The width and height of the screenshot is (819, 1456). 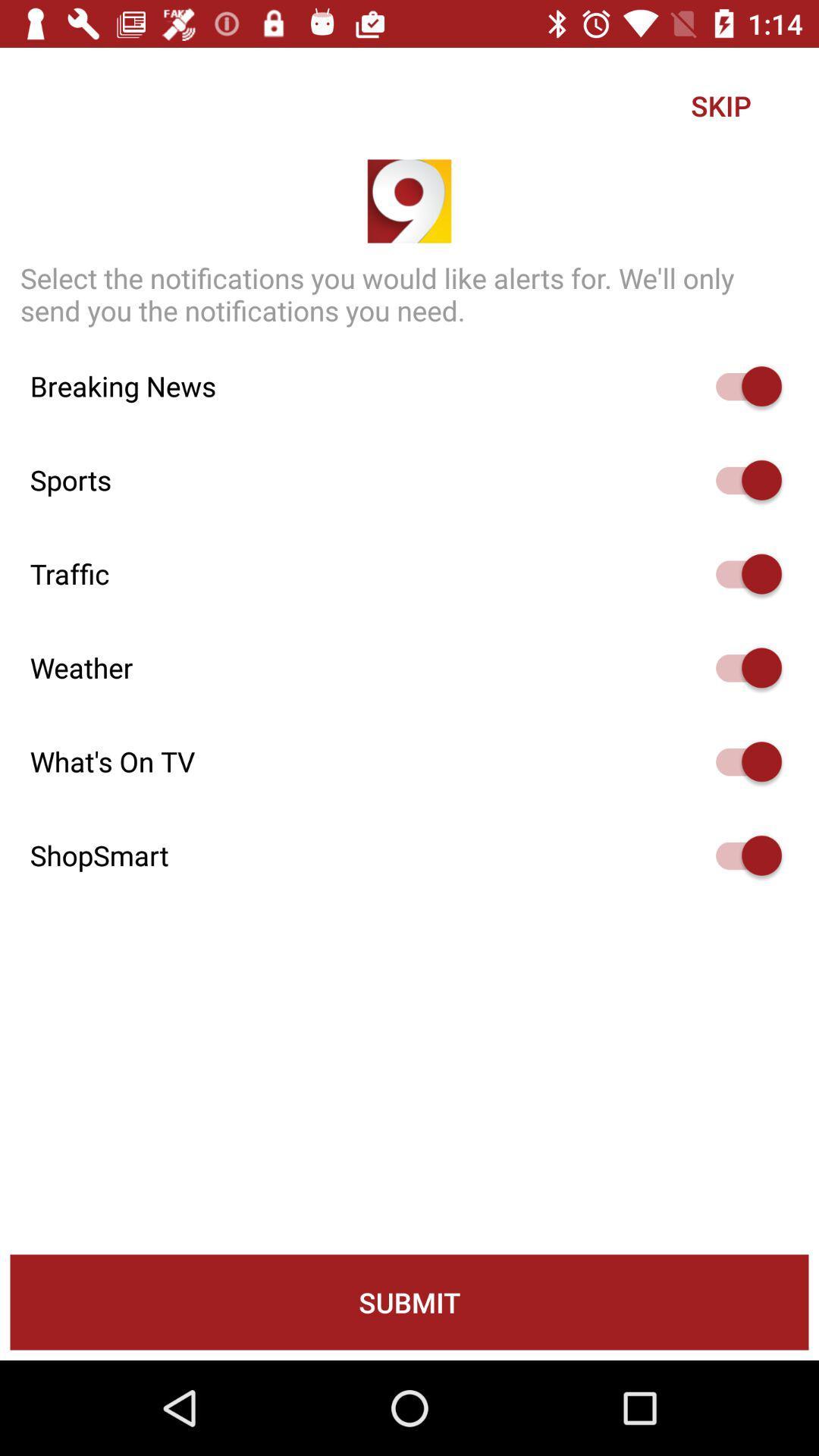 What do you see at coordinates (741, 479) in the screenshot?
I see `turn off option` at bounding box center [741, 479].